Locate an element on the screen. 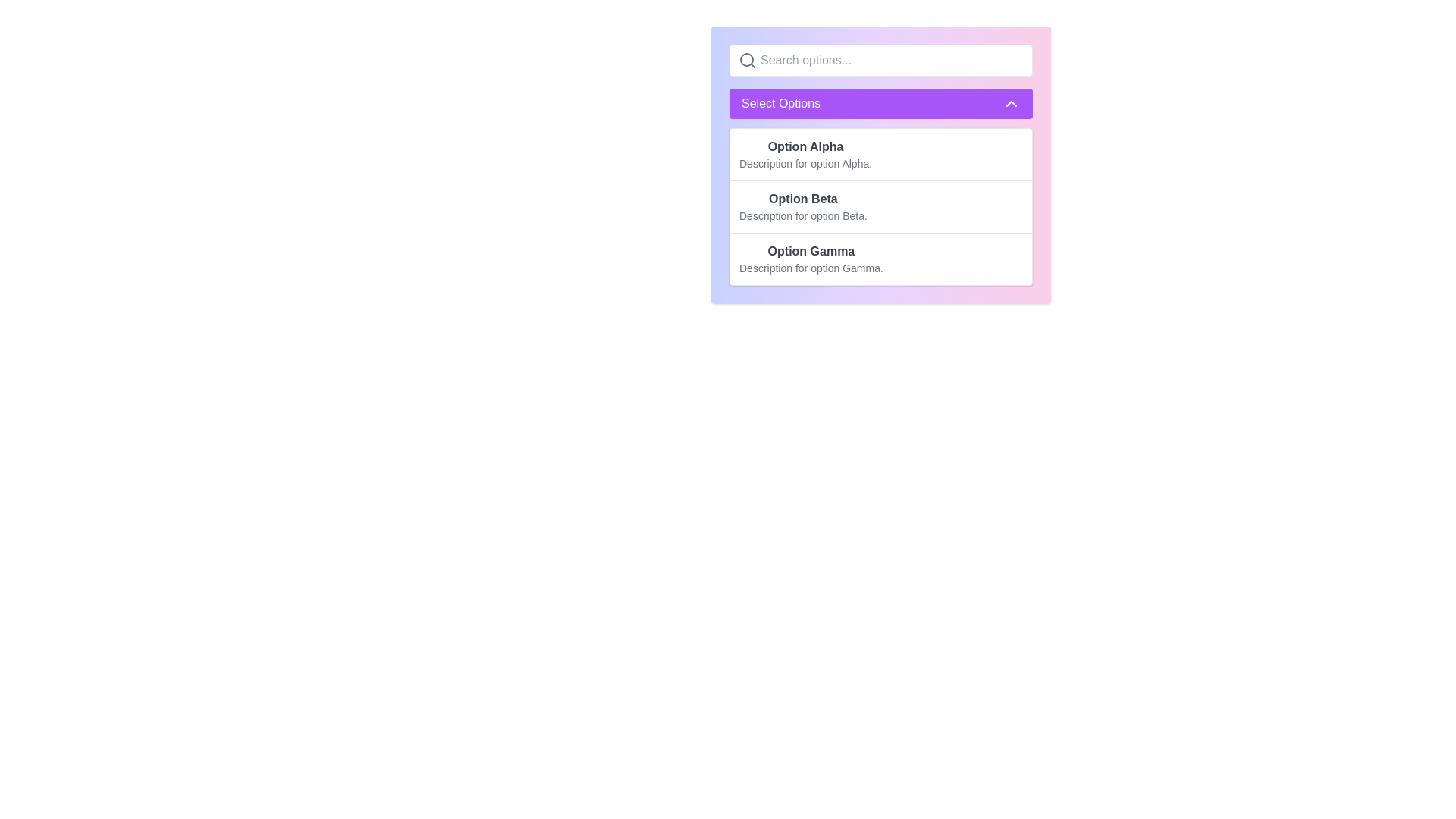 This screenshot has height=819, width=1456. the 'Gamma' option from the dropdown menu by clicking on its corresponding text label located above the description text is located at coordinates (811, 250).